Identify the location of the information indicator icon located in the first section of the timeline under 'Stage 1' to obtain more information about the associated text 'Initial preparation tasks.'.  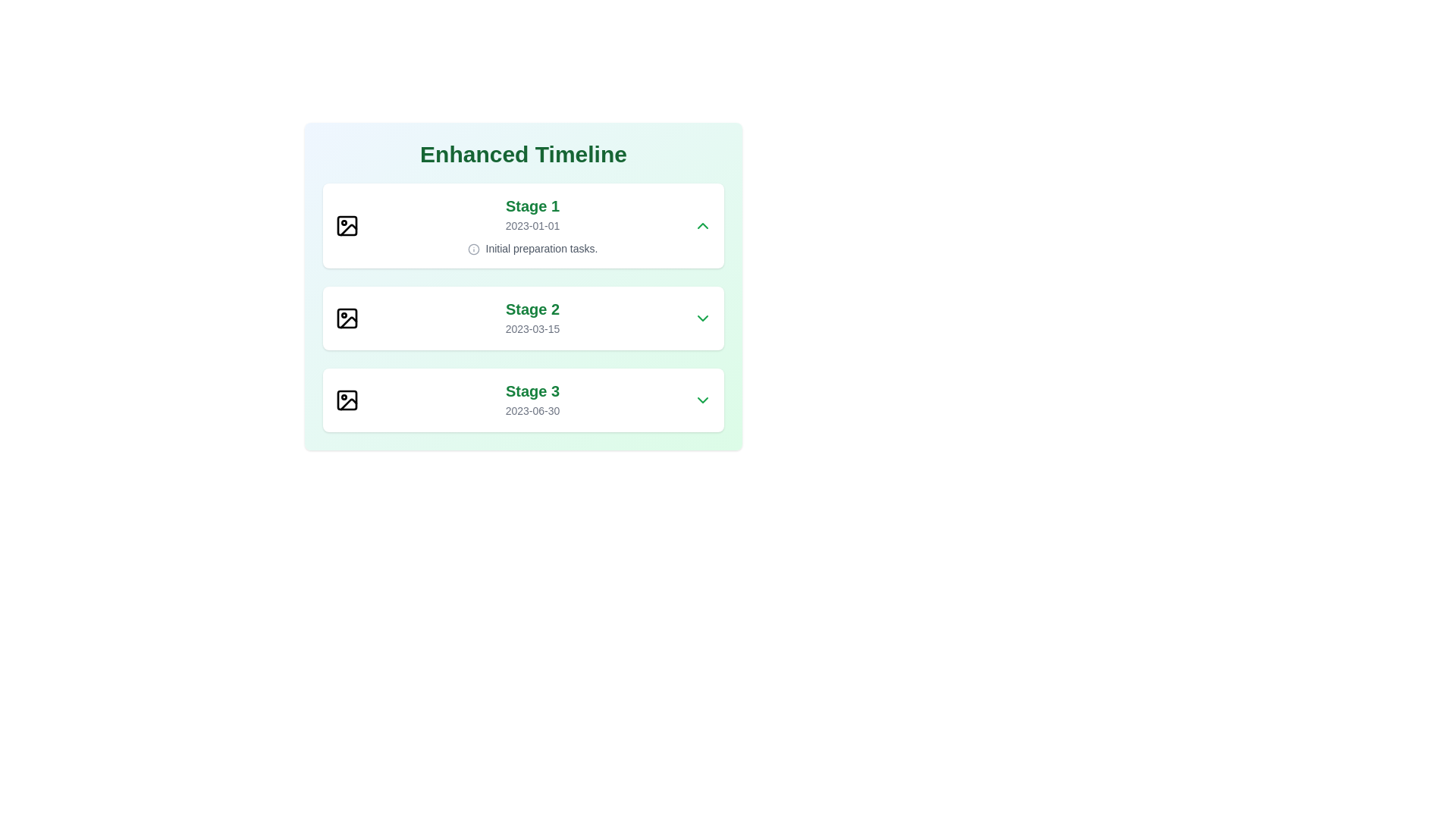
(472, 249).